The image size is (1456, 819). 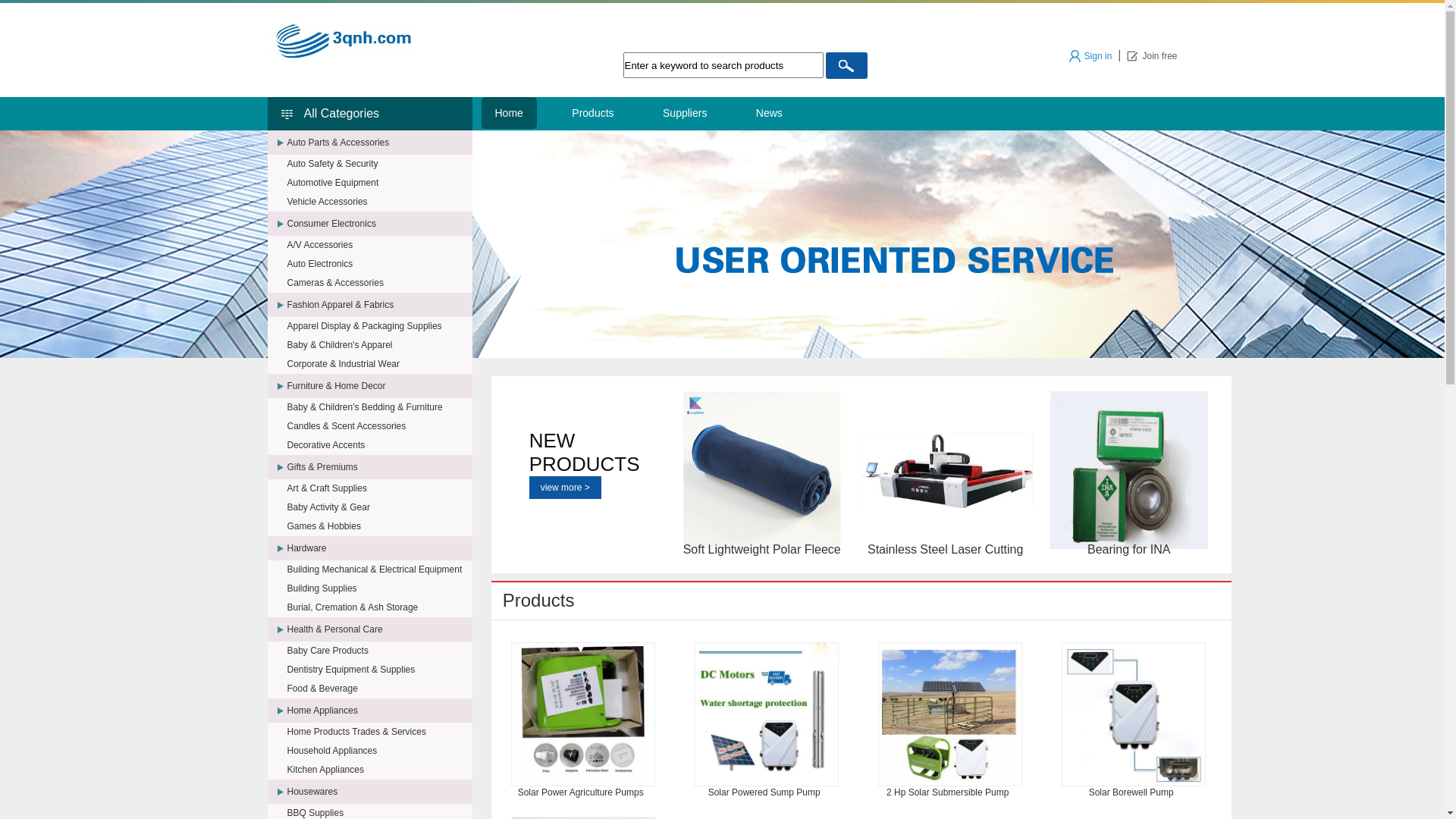 What do you see at coordinates (949, 714) in the screenshot?
I see `'2 Hp Solar Submersible Pump'` at bounding box center [949, 714].